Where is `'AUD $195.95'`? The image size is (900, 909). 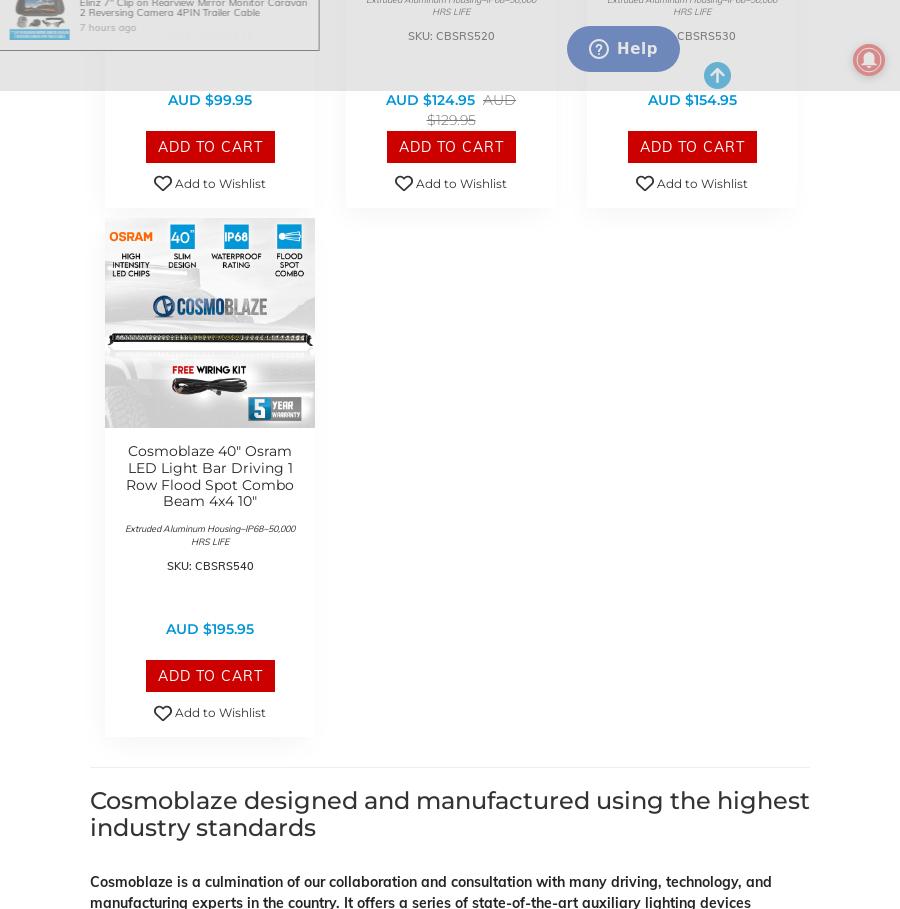
'AUD $195.95' is located at coordinates (209, 629).